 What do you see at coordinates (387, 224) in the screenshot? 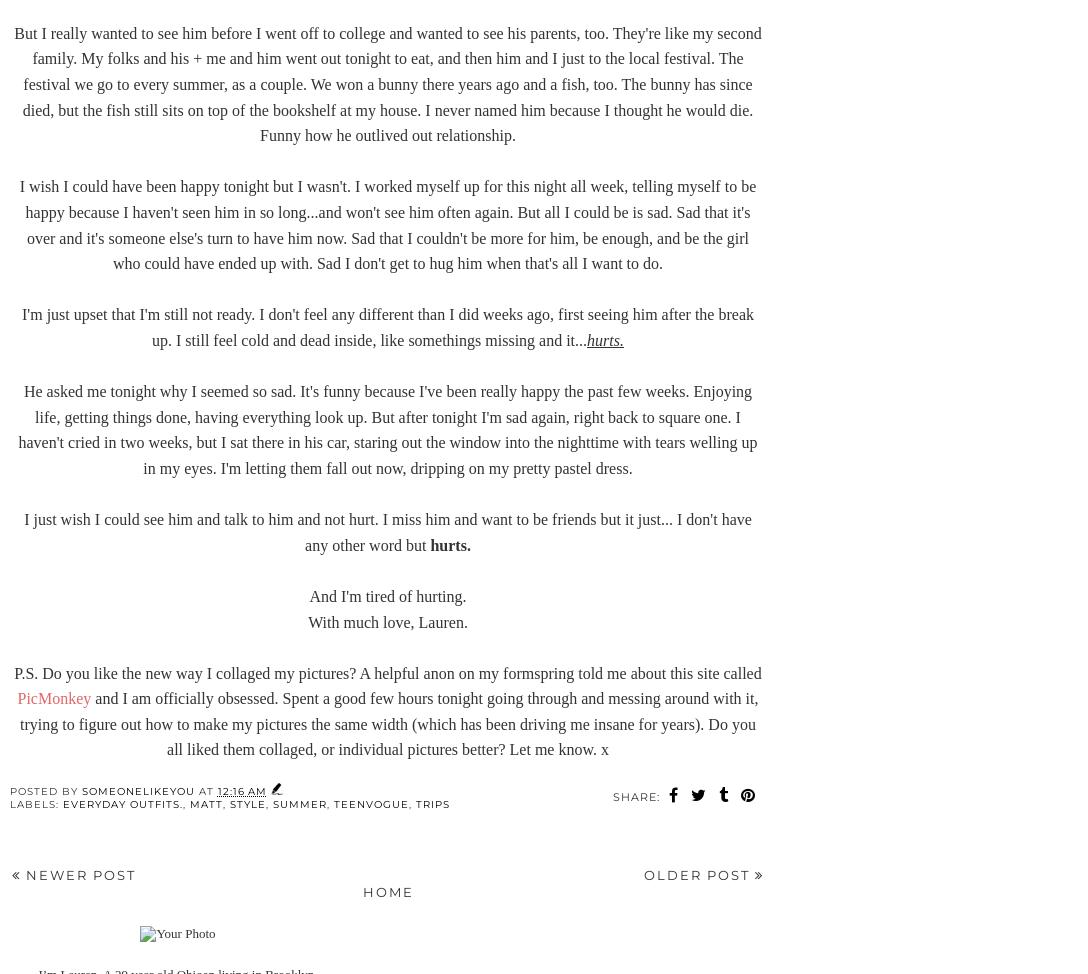
I see `'I wish I could have been happy tonight but I wasn't. I worked myself up for this night all week, telling myself to be happy because I haven't seen him in so long...and won't see him often again. But all I could be is sad. Sad that it's over and it's someone else's turn to have him now. Sad that I couldn't be more for him, be enough, and be the girl who could have ended up with. Sad I don't get to hug him when that's all I want to do.'` at bounding box center [387, 224].